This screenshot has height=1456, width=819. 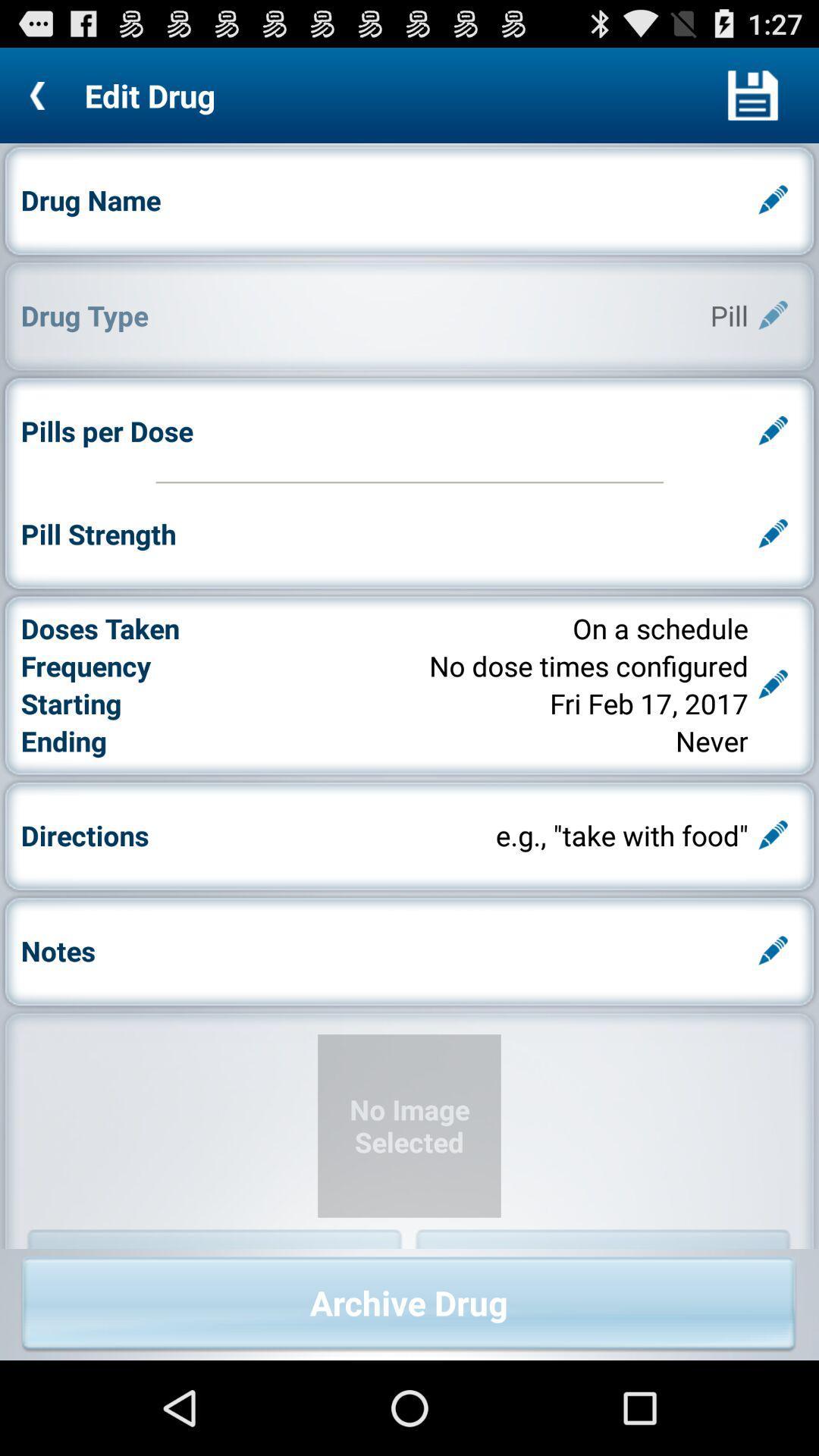 What do you see at coordinates (41, 101) in the screenshot?
I see `the arrow_backward icon` at bounding box center [41, 101].